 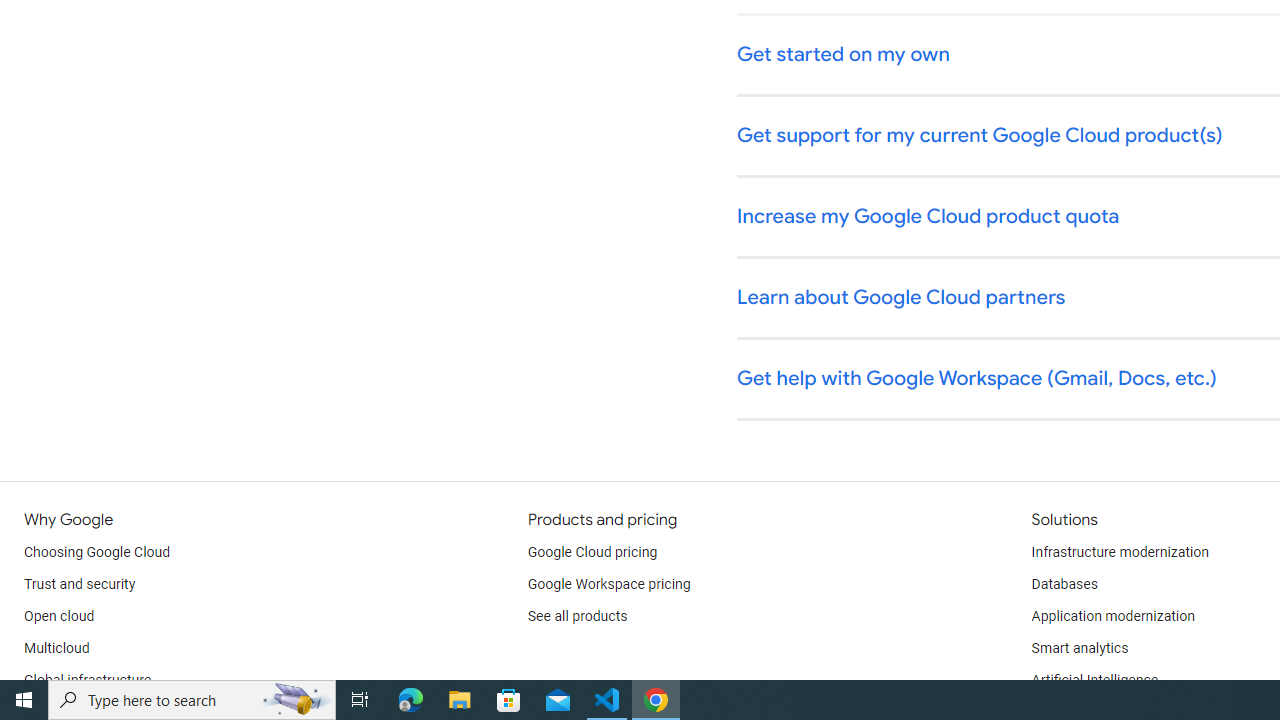 I want to click on 'Artificial Intelligence', so click(x=1093, y=680).